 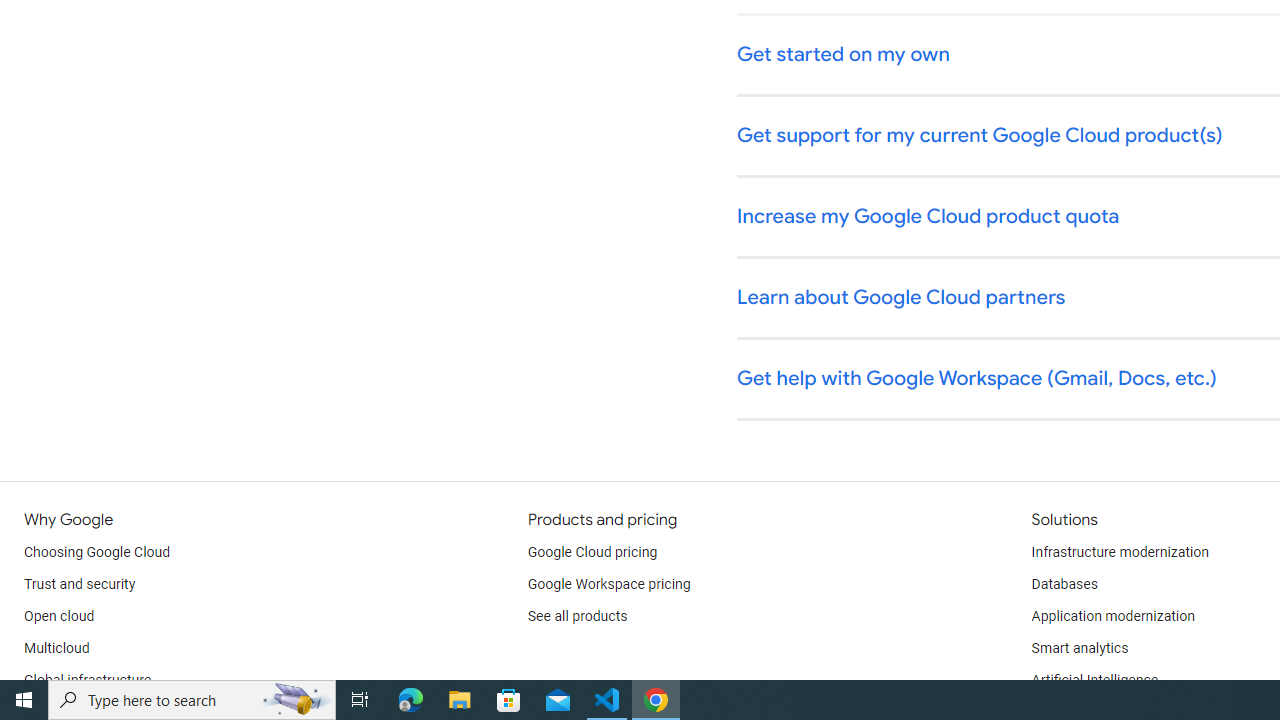 I want to click on 'Artificial Intelligence', so click(x=1093, y=680).